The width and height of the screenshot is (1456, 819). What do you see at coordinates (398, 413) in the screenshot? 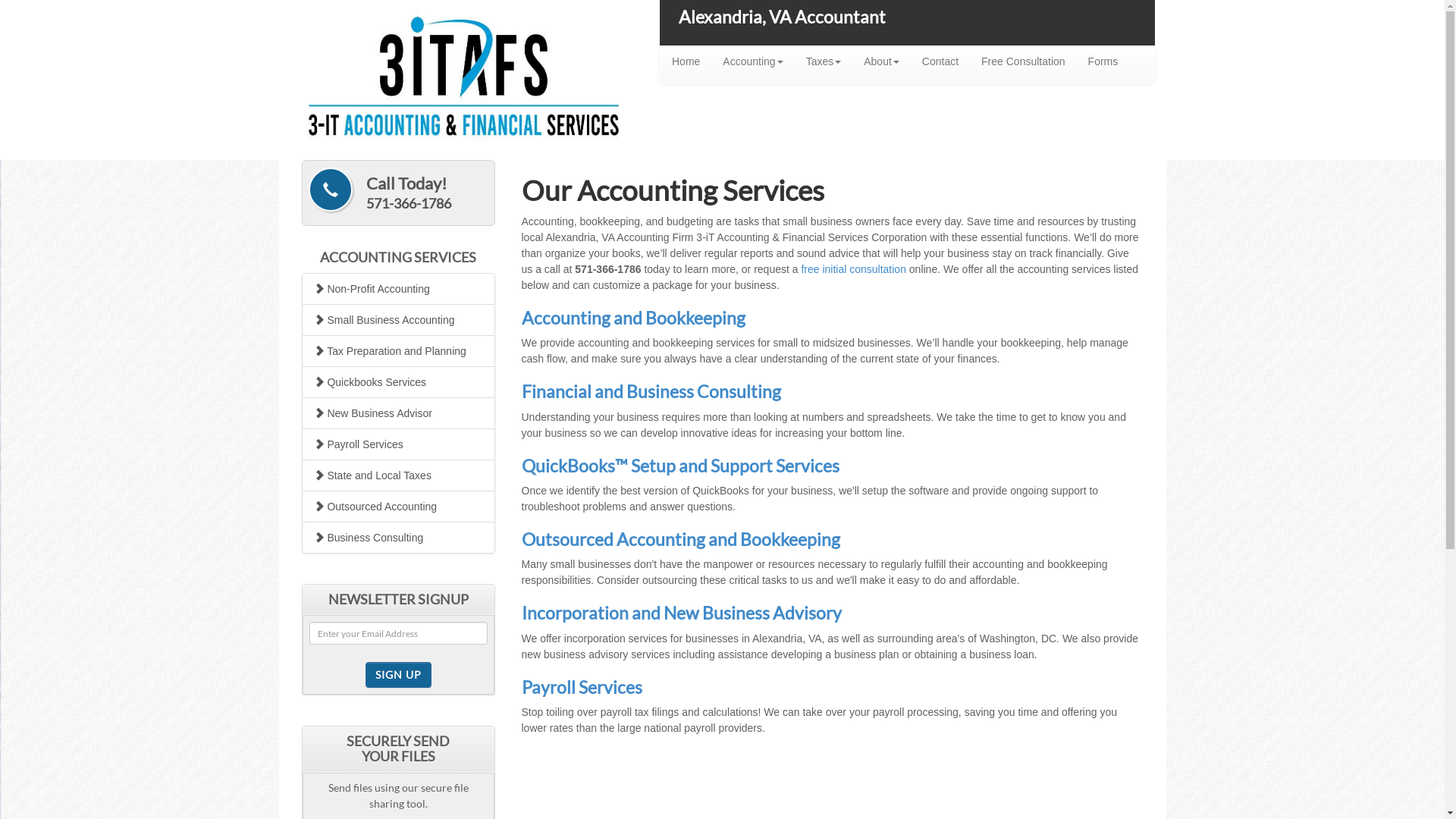
I see `'New Business Advisor'` at bounding box center [398, 413].